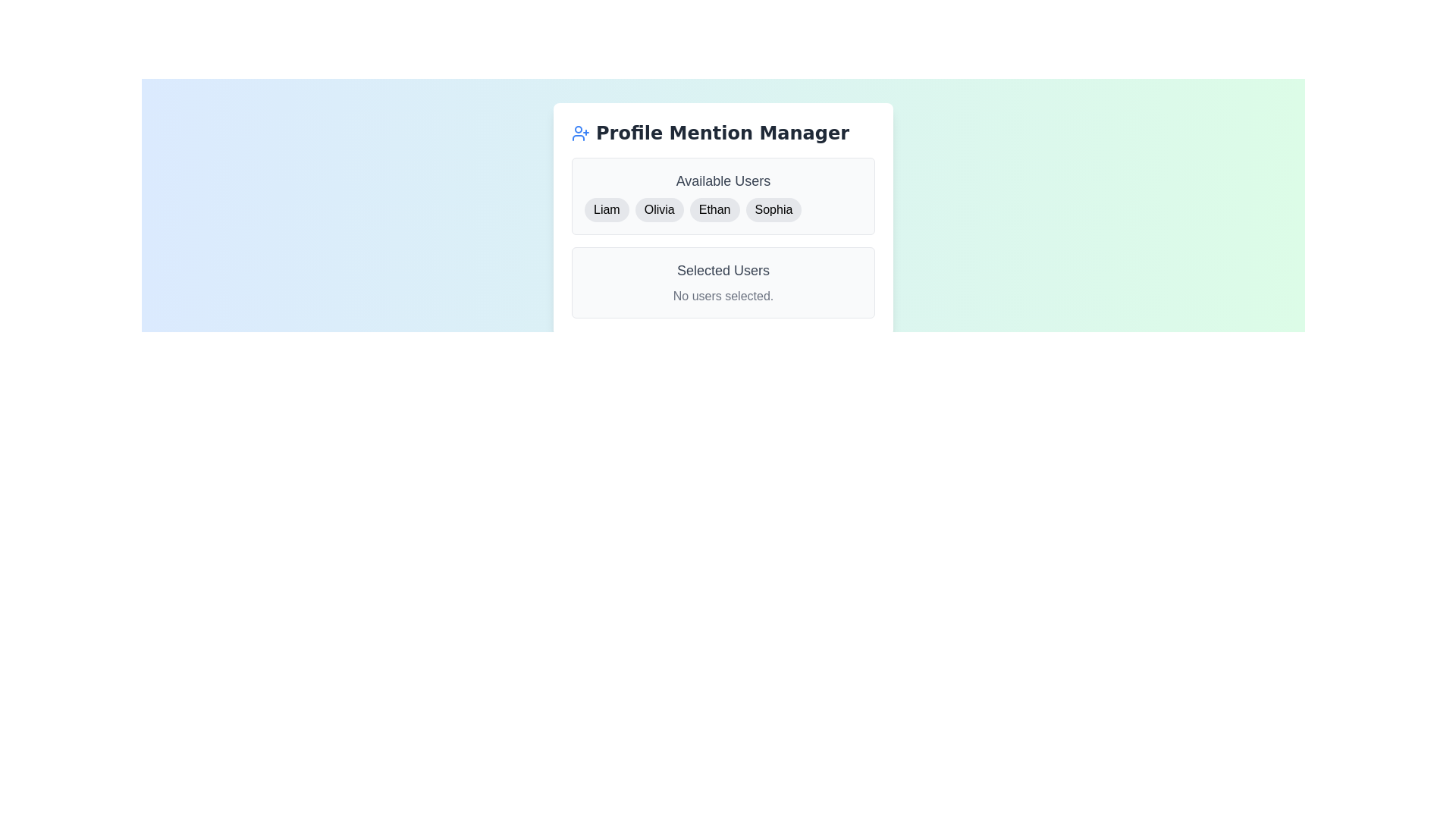 This screenshot has width=1456, height=819. Describe the element at coordinates (714, 210) in the screenshot. I see `the interactive button labeled 'Ethan', which is the third button in a horizontal list of four buttons` at that location.